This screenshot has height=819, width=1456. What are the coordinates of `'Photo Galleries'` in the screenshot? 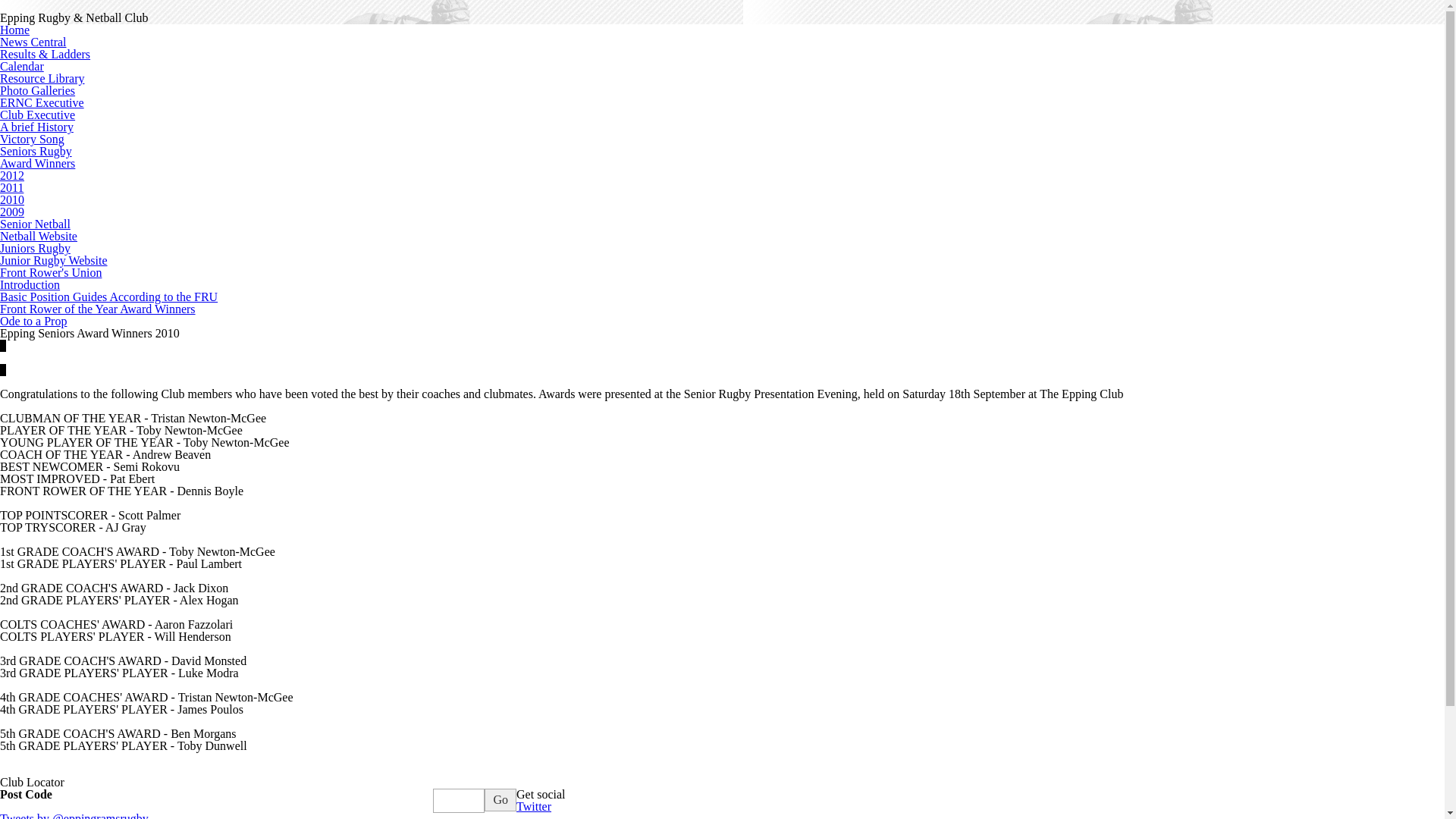 It's located at (0, 90).